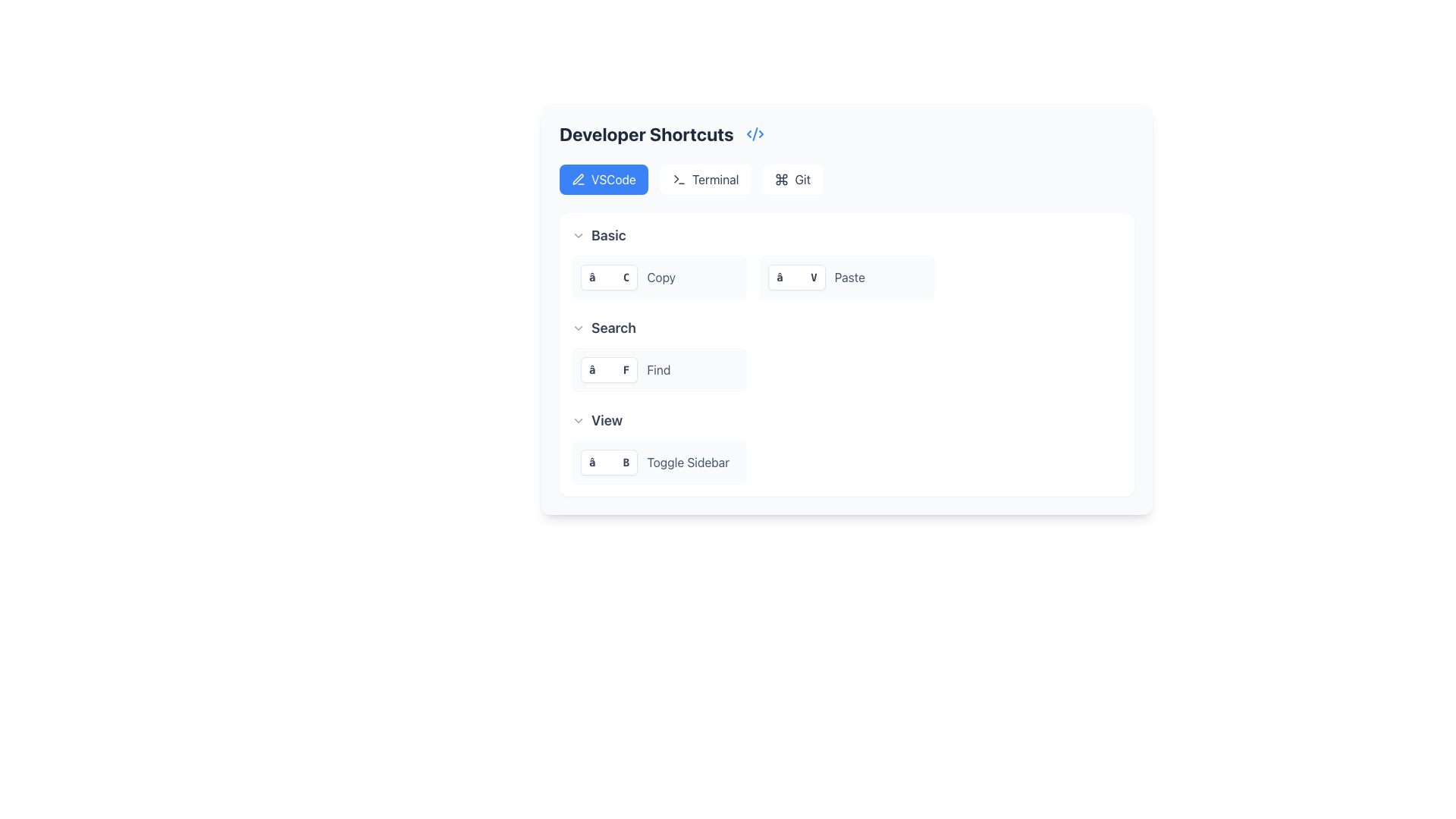  What do you see at coordinates (609, 278) in the screenshot?
I see `the Keyboard shortcut indicator for 'Copy' located in the 'Basic' section of the 'Developer Shortcuts' panel, which features a symbol followed by 'C' in a small rectangular area` at bounding box center [609, 278].